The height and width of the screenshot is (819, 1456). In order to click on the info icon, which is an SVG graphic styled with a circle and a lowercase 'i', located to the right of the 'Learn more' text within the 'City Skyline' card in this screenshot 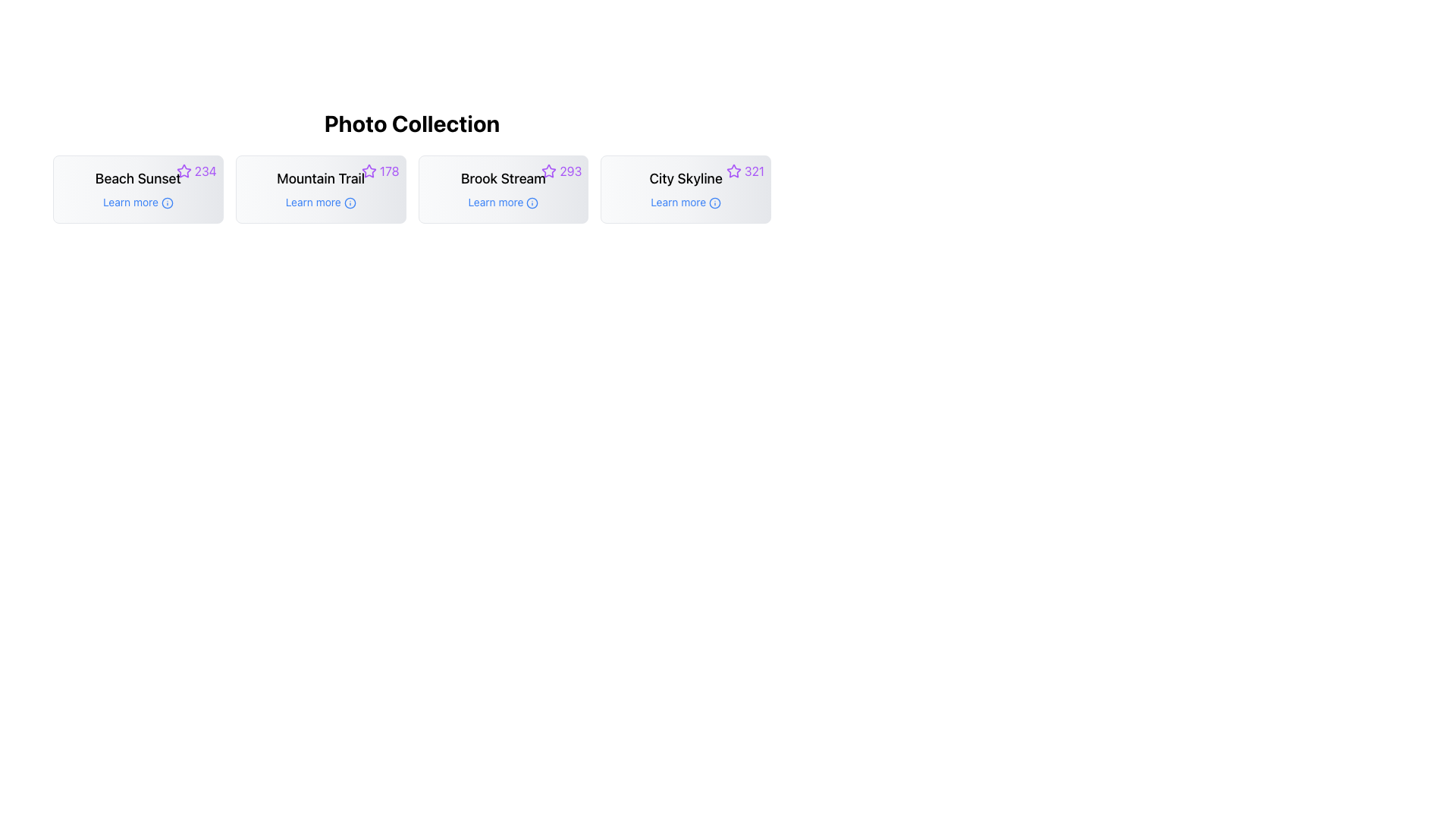, I will do `click(714, 202)`.